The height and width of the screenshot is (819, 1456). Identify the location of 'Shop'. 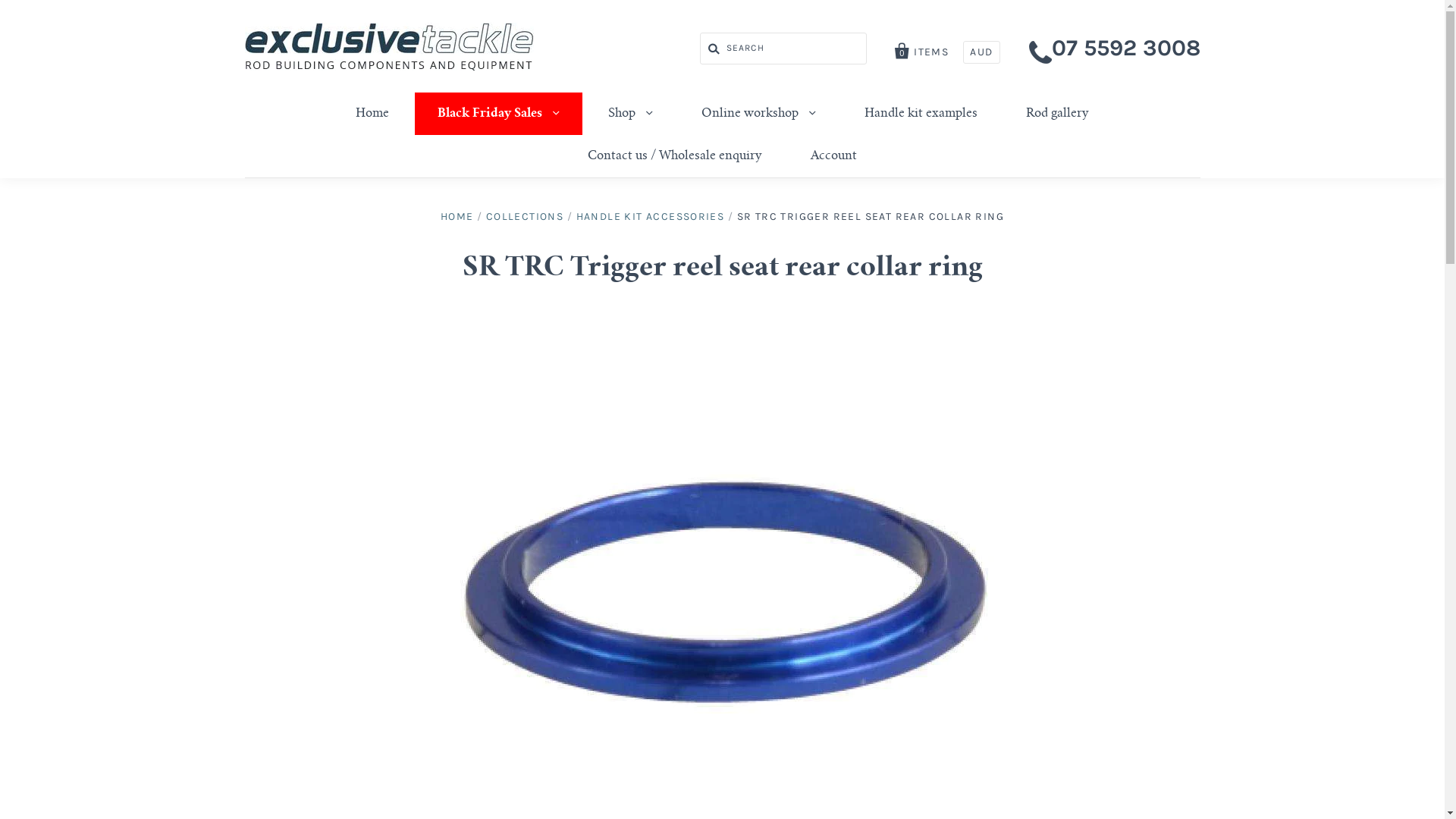
(630, 113).